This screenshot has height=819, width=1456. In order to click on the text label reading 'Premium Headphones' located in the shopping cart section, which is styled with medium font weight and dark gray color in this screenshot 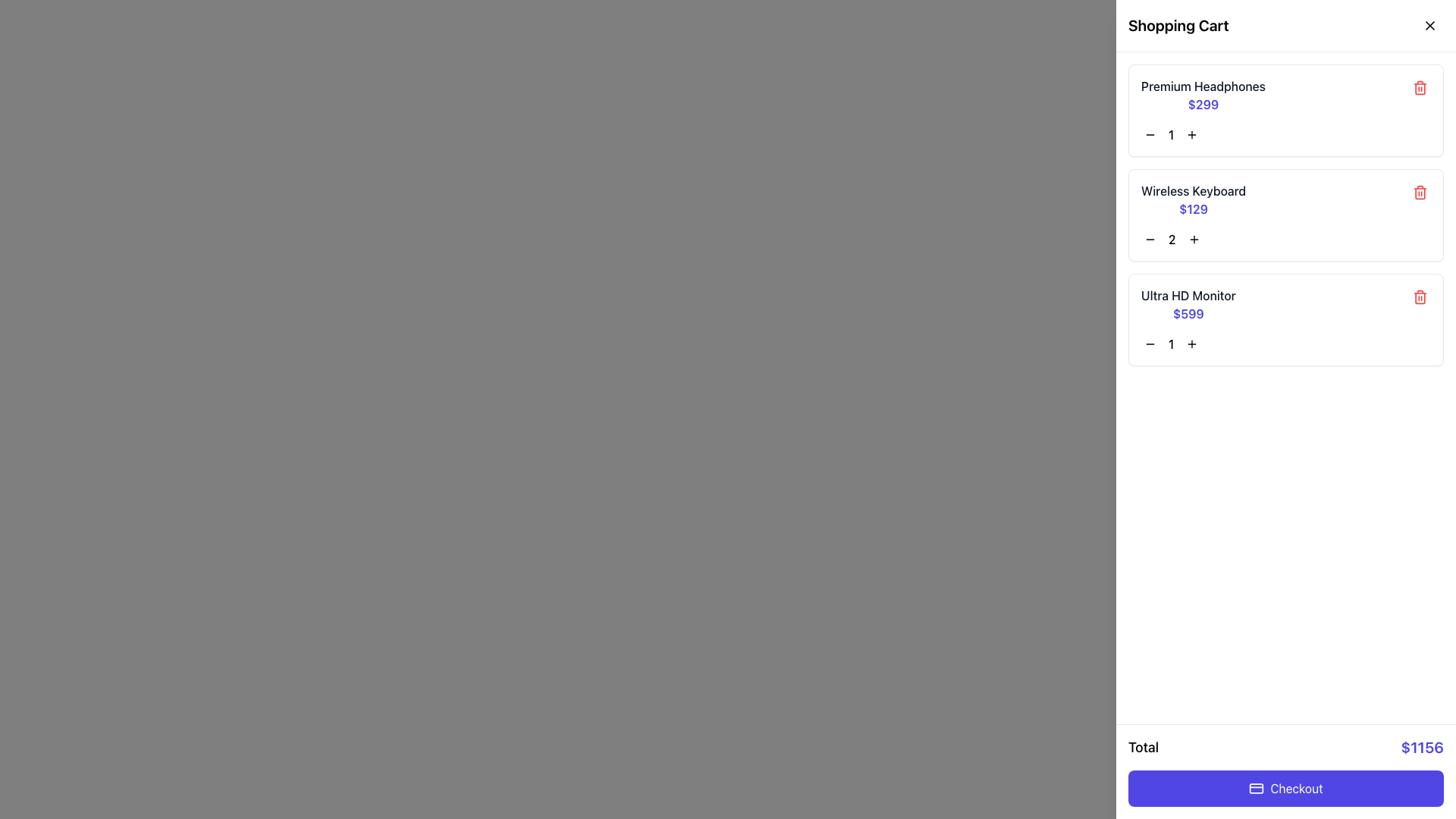, I will do `click(1203, 86)`.